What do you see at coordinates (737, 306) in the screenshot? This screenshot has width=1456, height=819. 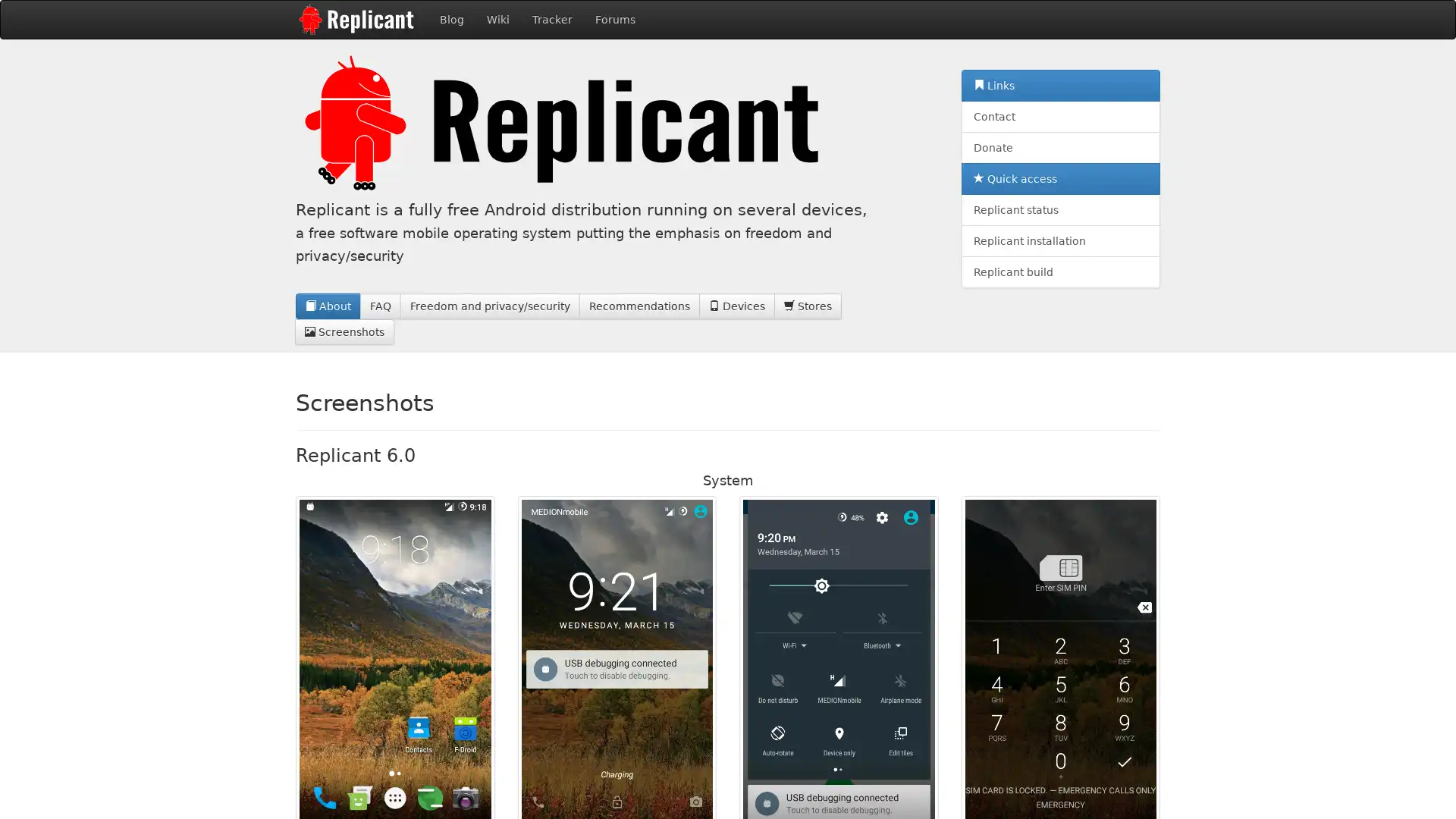 I see `Devices` at bounding box center [737, 306].